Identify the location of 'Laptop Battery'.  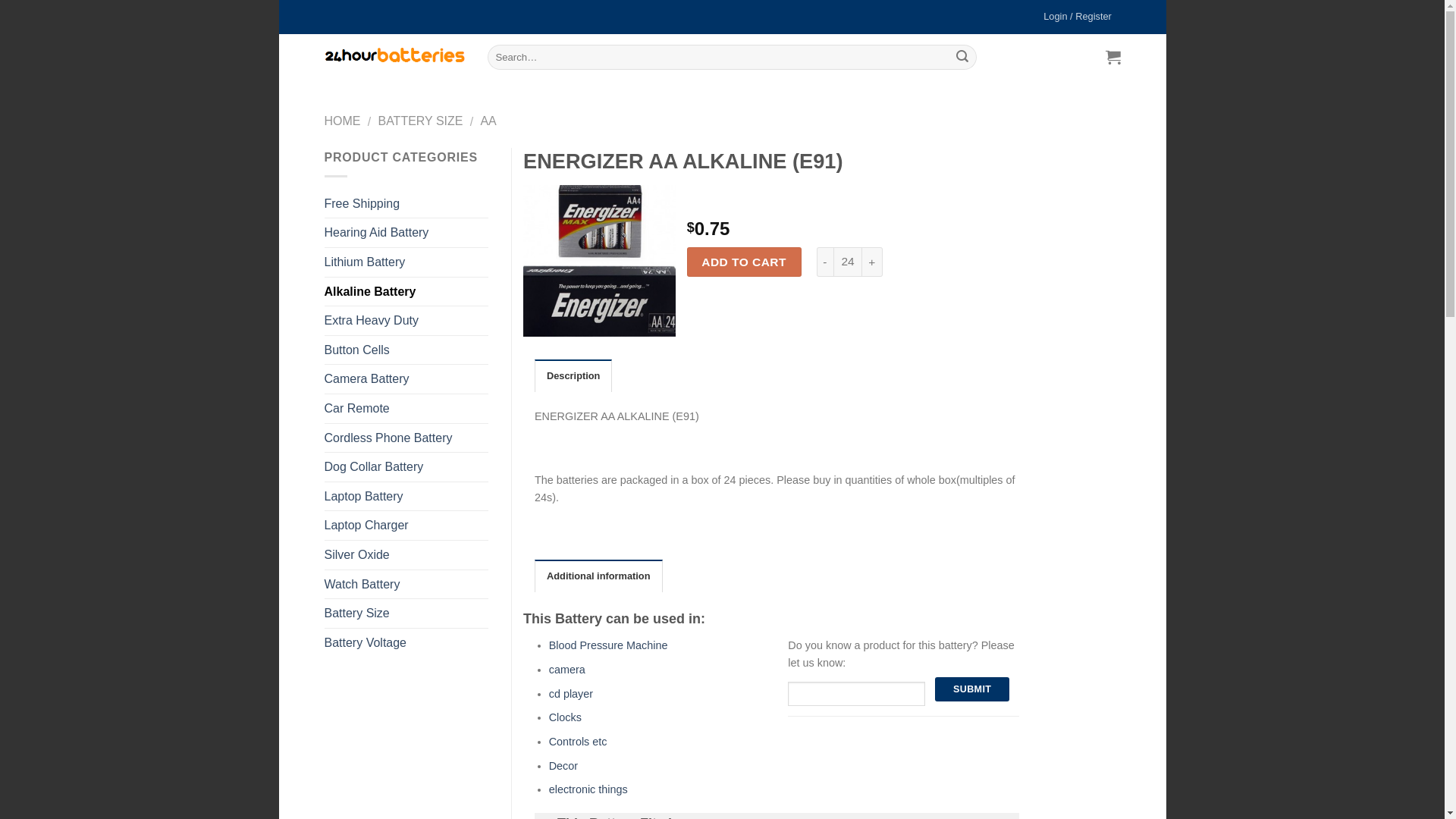
(406, 497).